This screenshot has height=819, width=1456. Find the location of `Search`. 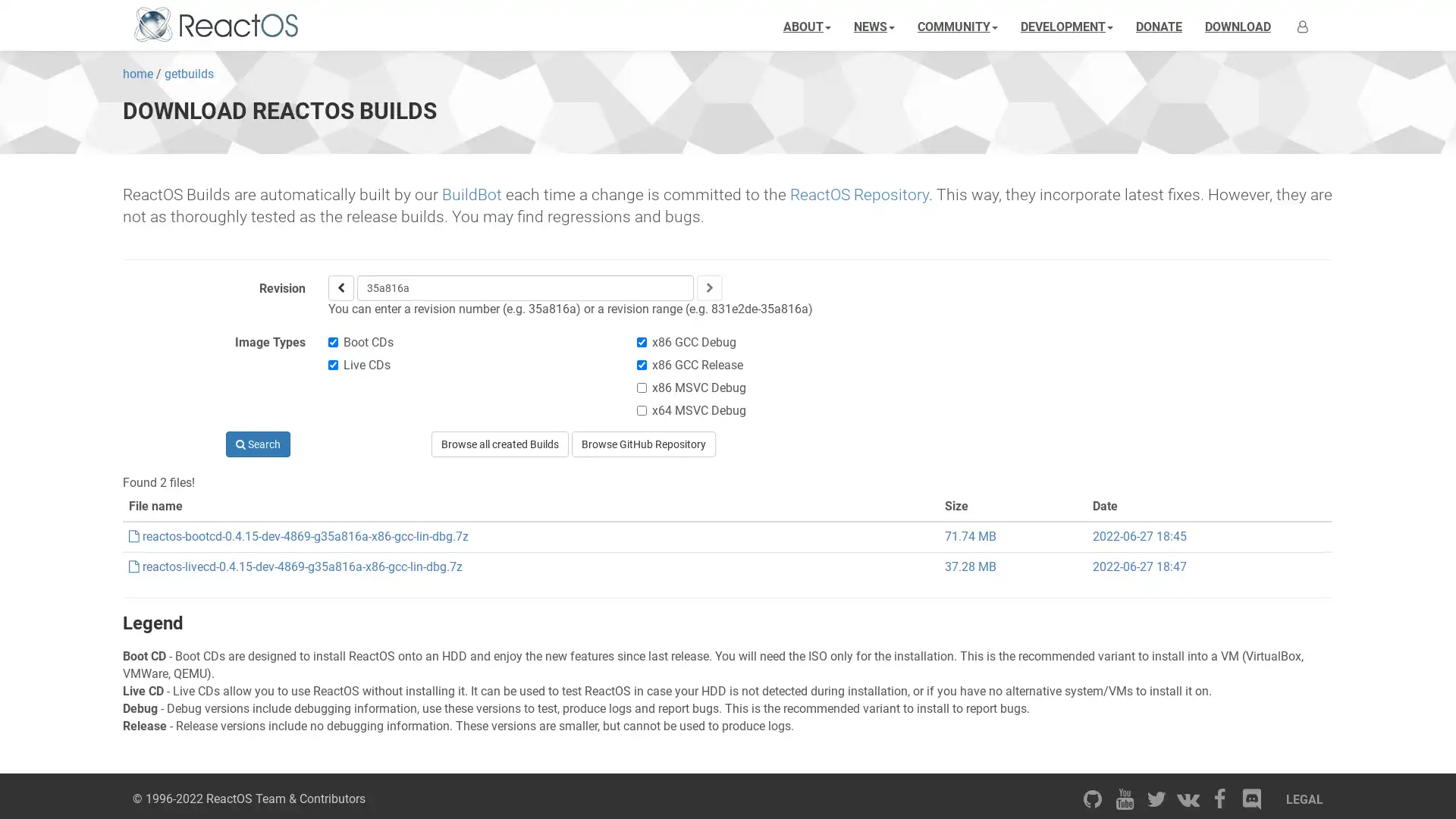

Search is located at coordinates (257, 444).